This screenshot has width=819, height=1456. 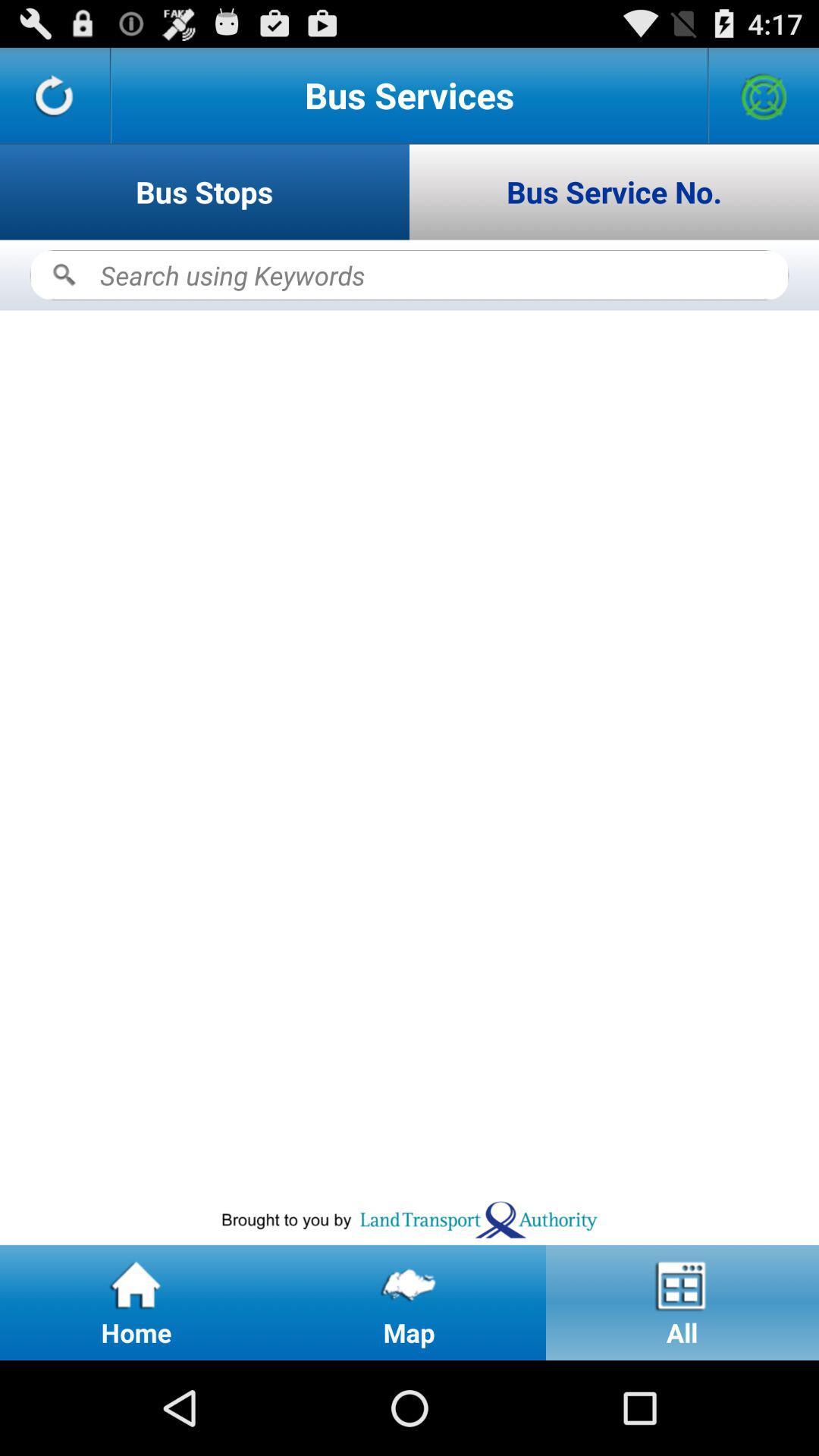 I want to click on search bus stops, so click(x=409, y=275).